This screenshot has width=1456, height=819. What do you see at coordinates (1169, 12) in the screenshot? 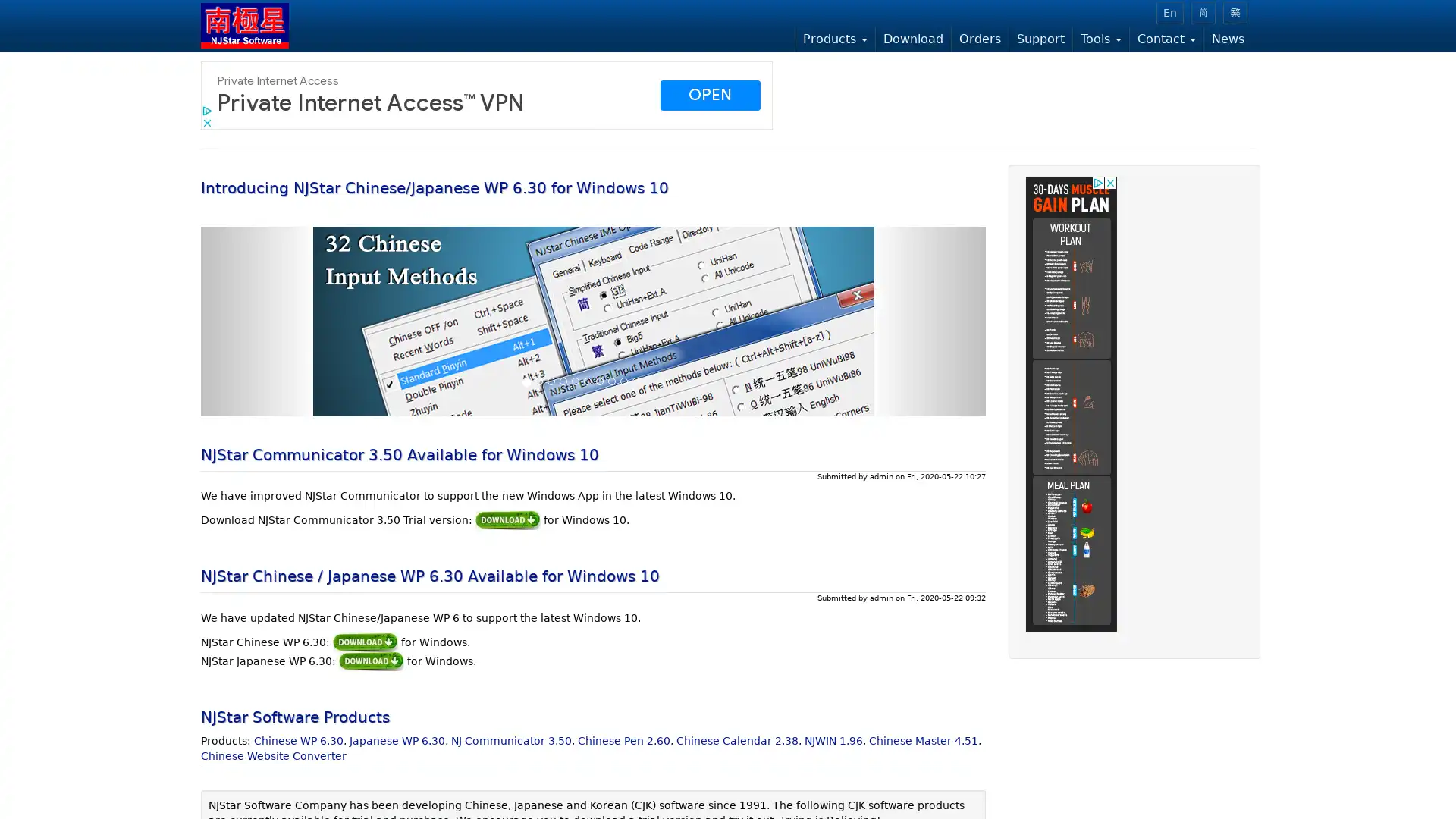
I see `En` at bounding box center [1169, 12].